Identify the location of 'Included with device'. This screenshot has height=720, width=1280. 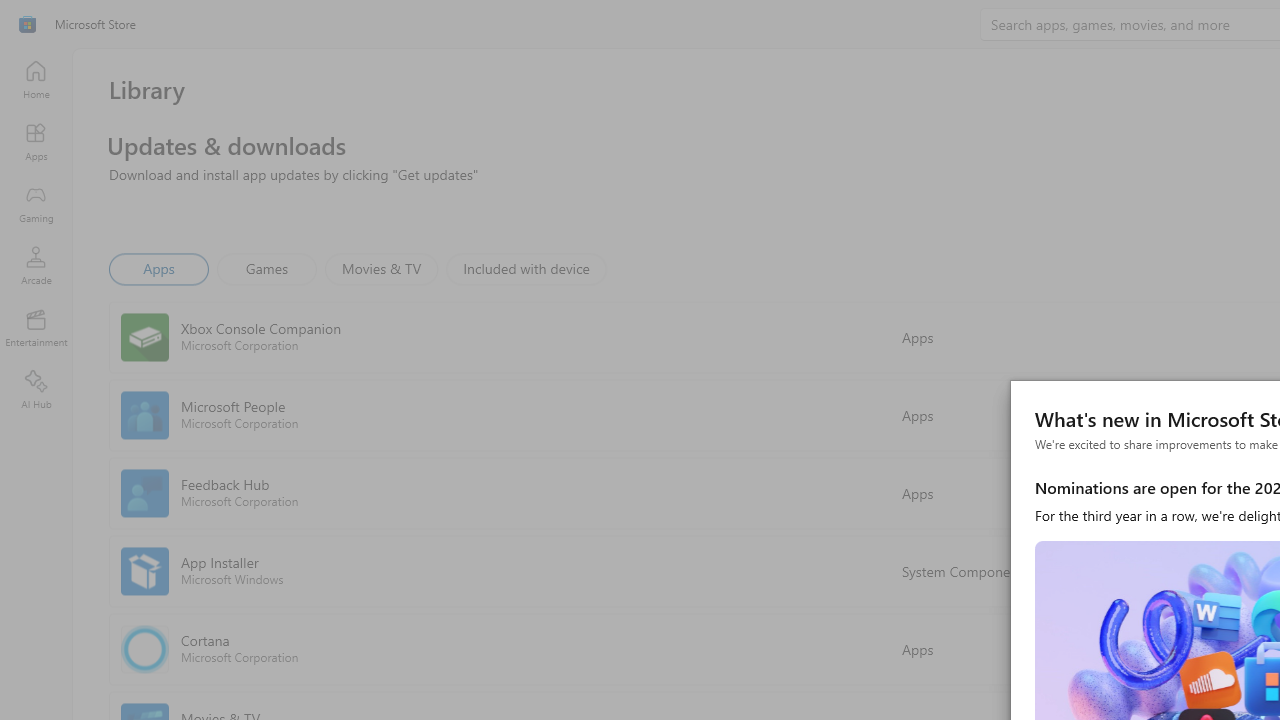
(525, 267).